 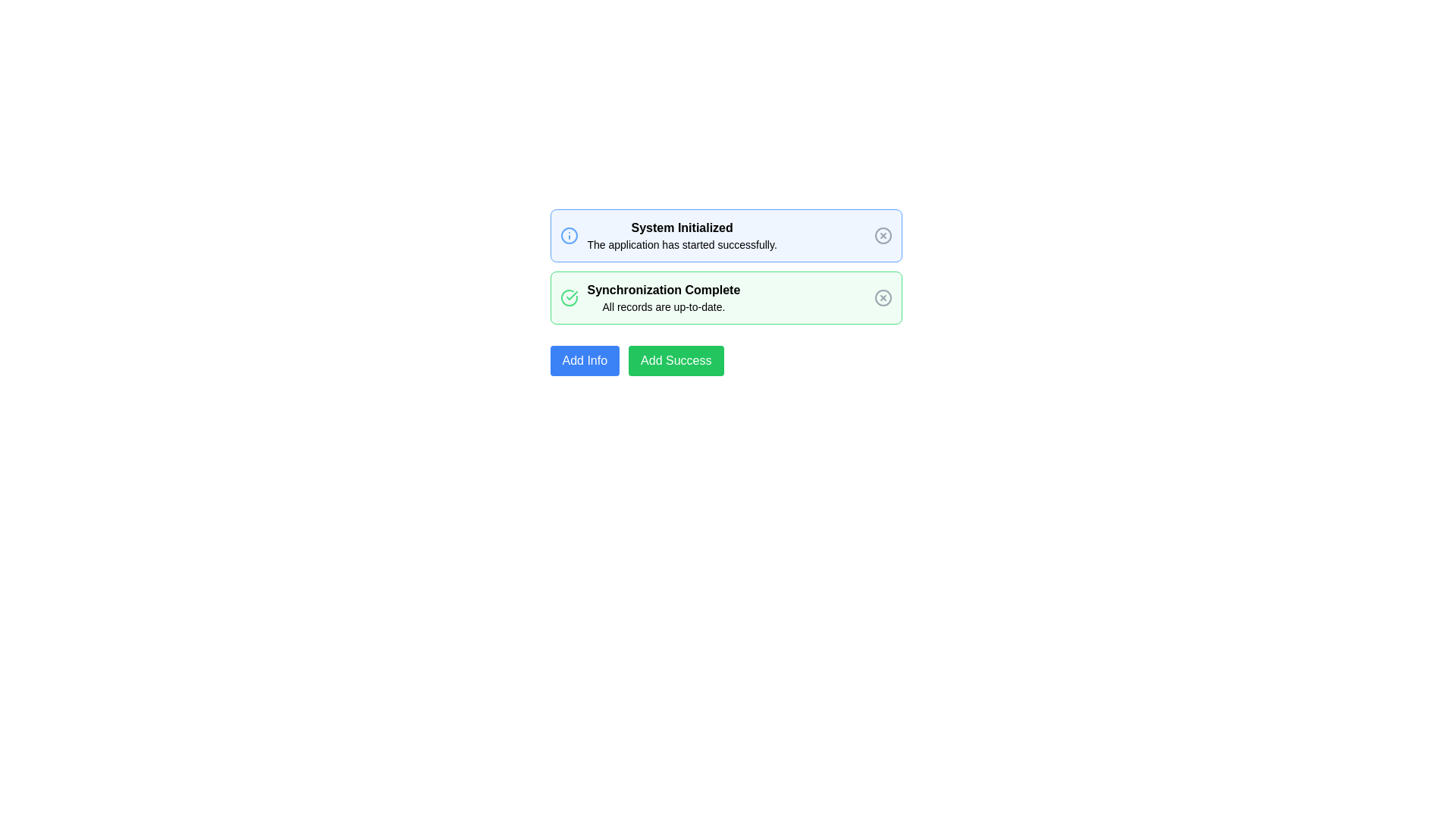 What do you see at coordinates (725, 292) in the screenshot?
I see `messages from the Notification panel which includes 'System Initialized' and 'Synchronization Complete'` at bounding box center [725, 292].